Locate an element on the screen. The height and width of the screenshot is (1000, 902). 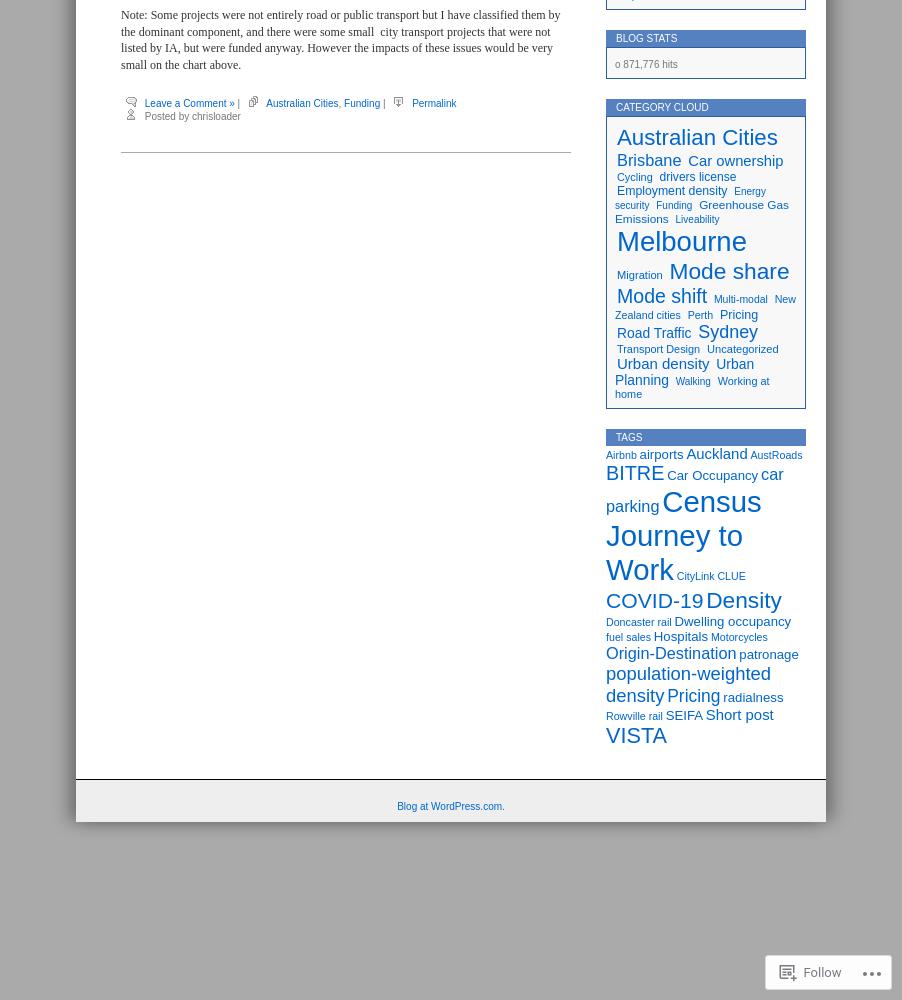
'Census Journey to Work' is located at coordinates (604, 535).